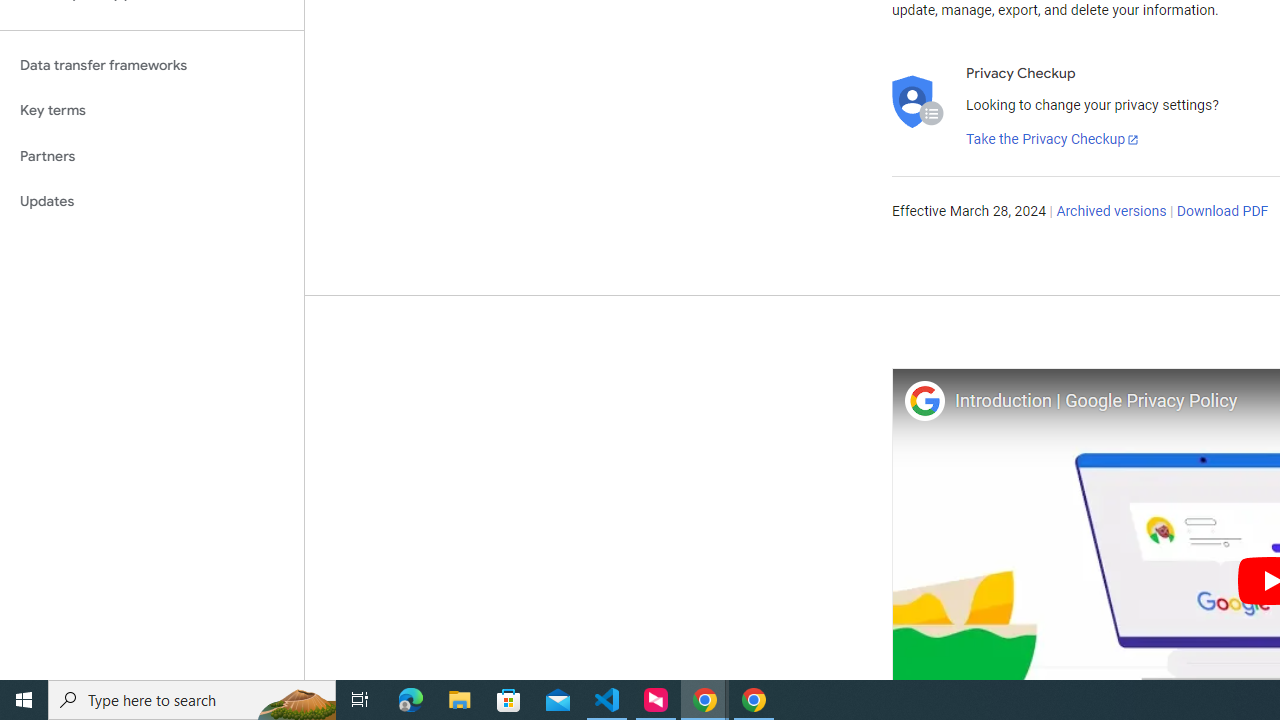  I want to click on 'Photo image of Google', so click(923, 400).